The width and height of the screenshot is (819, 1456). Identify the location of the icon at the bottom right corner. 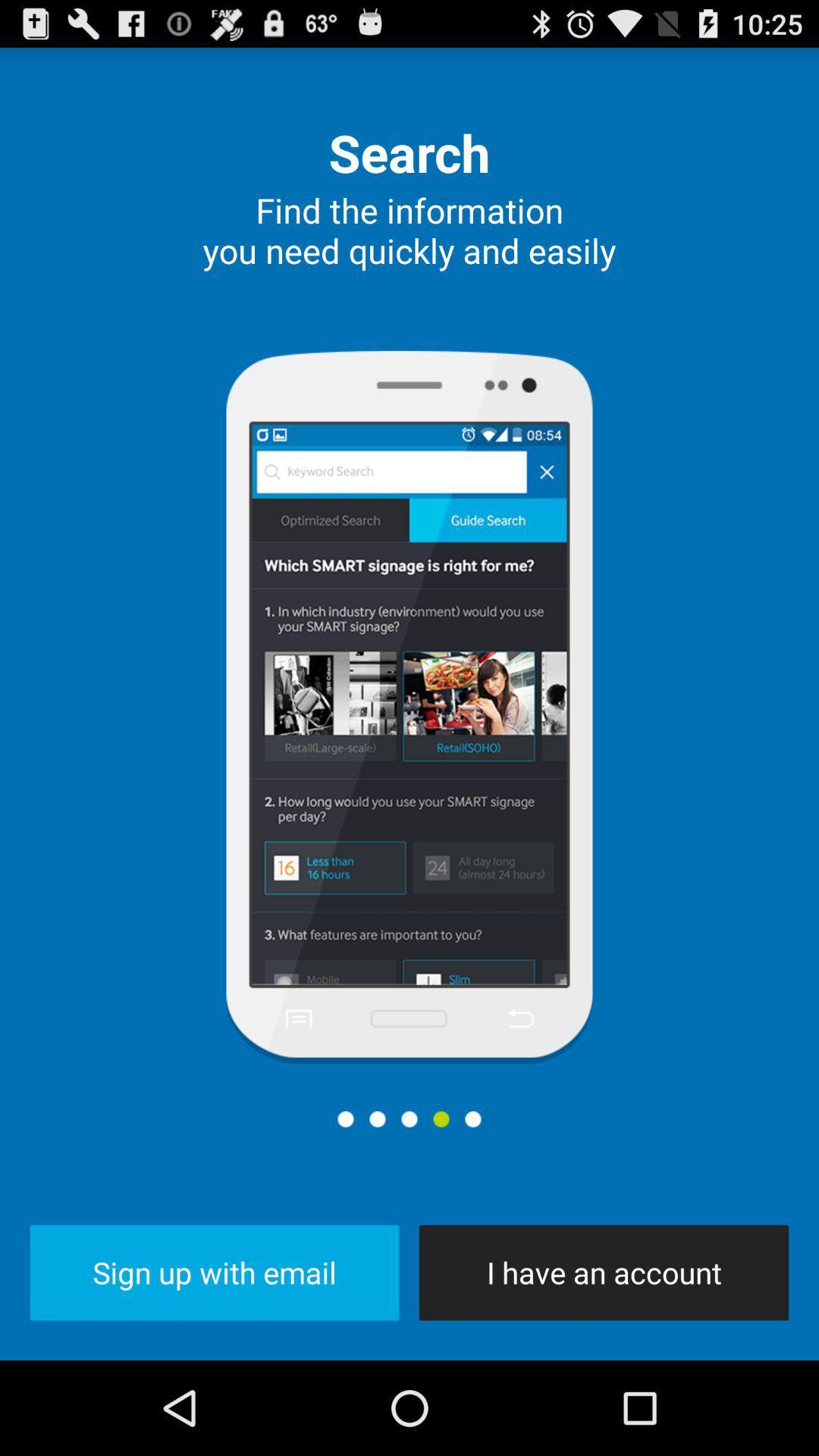
(603, 1272).